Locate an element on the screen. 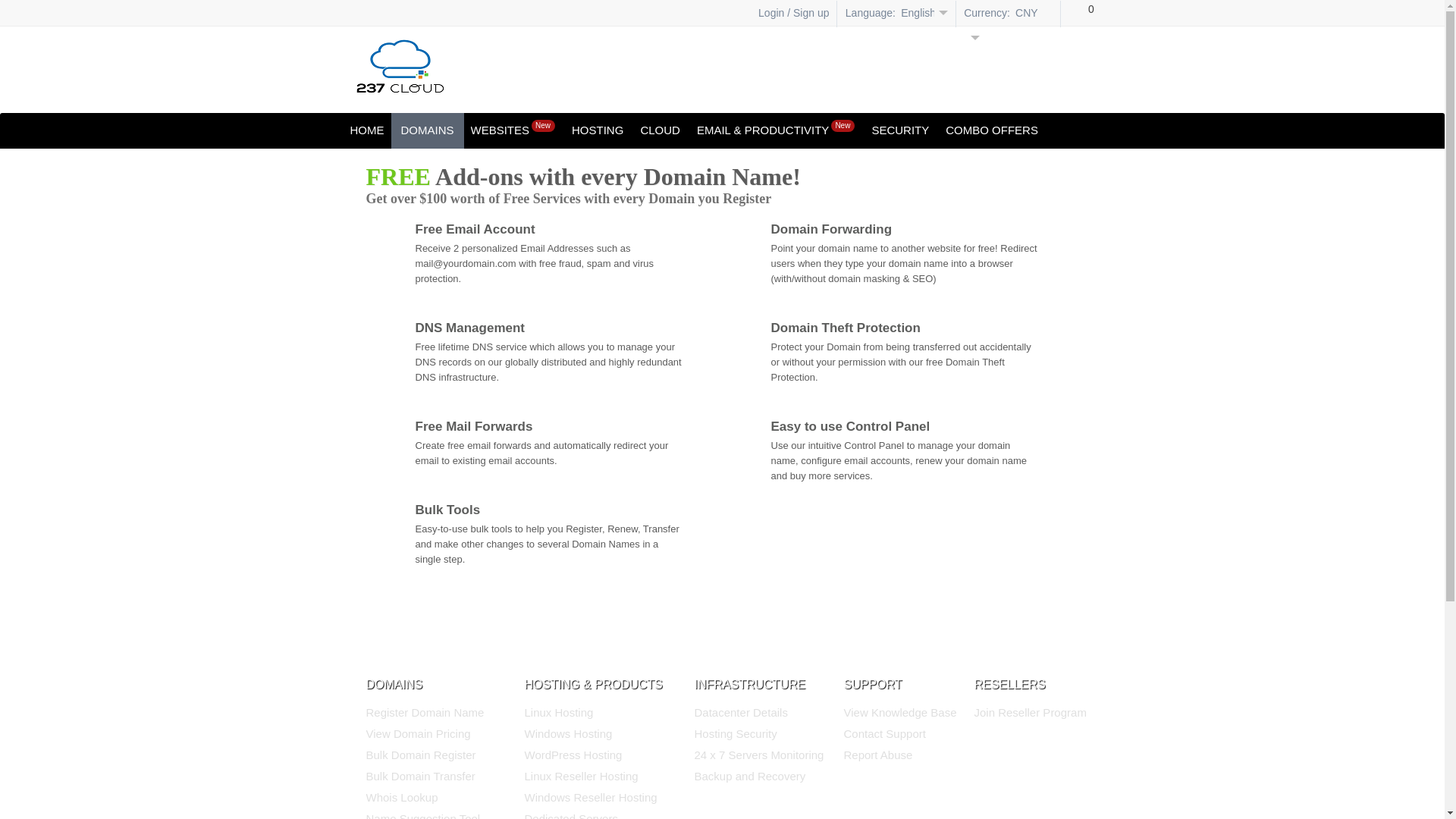 The image size is (1456, 819). 'EMAIL & PRODUCTIVITYNew' is located at coordinates (775, 130).